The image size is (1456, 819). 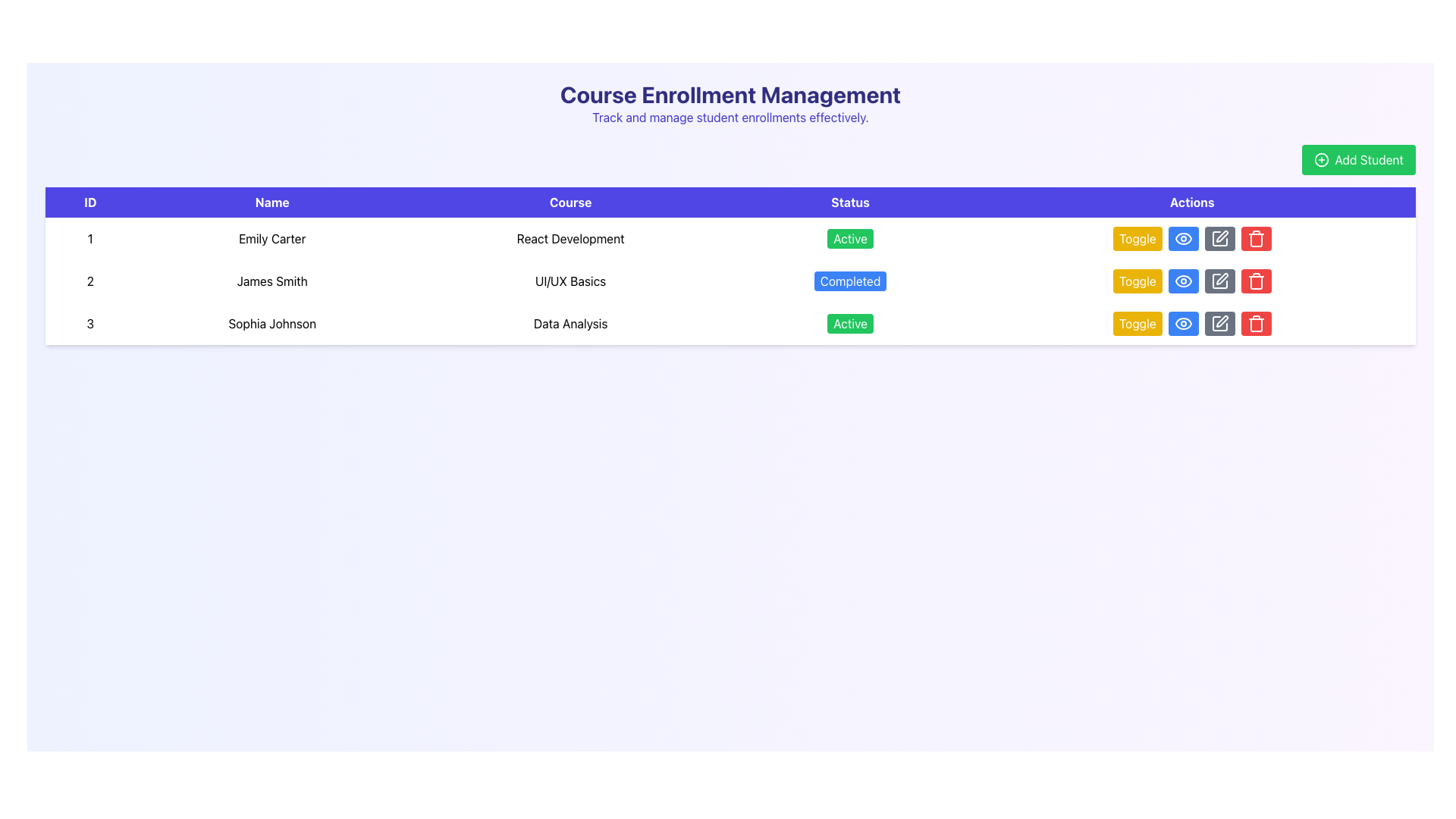 I want to click on the delete icon button in the 'Actions' column corresponding to 'Sophia Johnson', so click(x=1256, y=281).